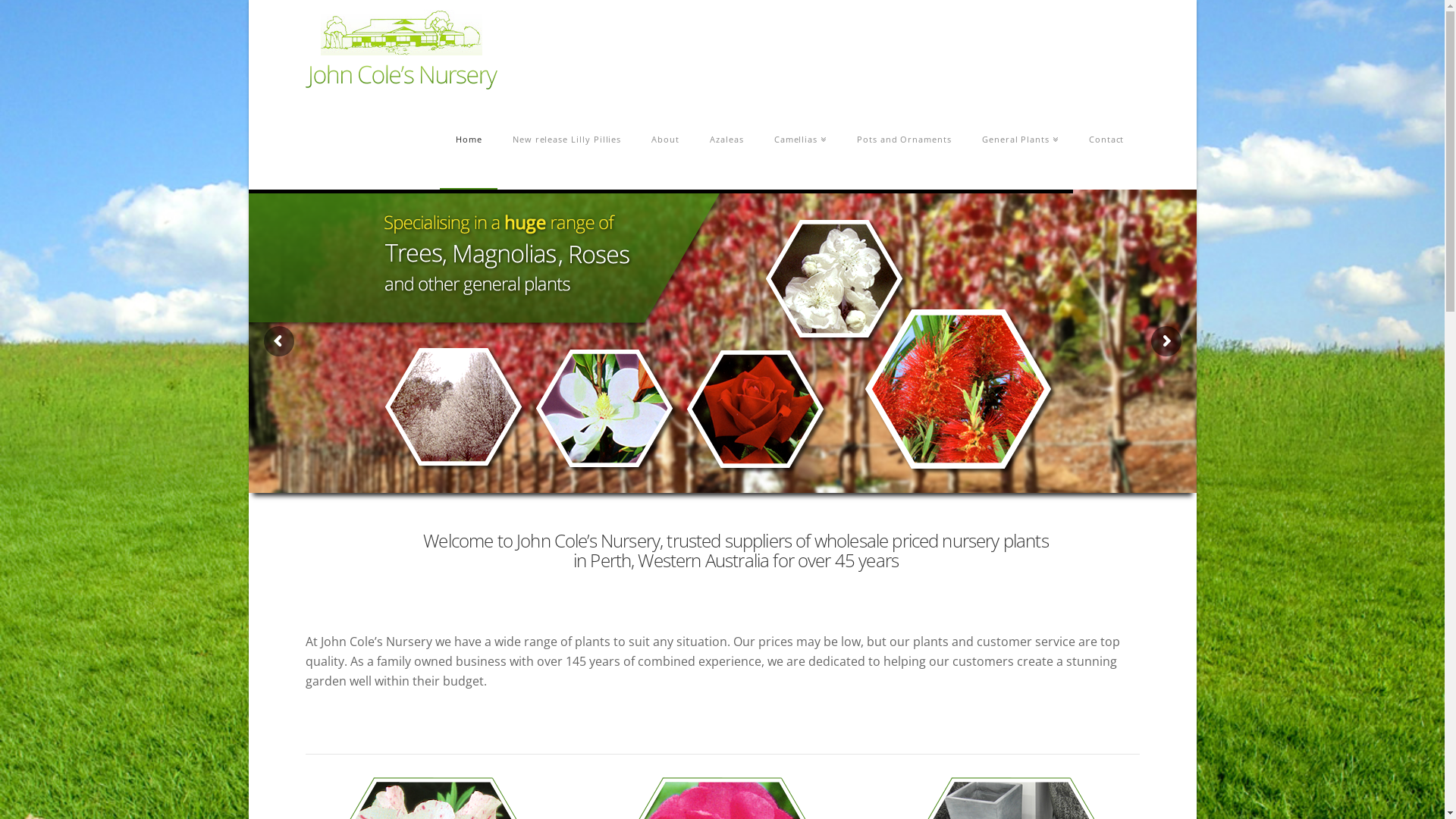  What do you see at coordinates (1020, 138) in the screenshot?
I see `'General Plants'` at bounding box center [1020, 138].